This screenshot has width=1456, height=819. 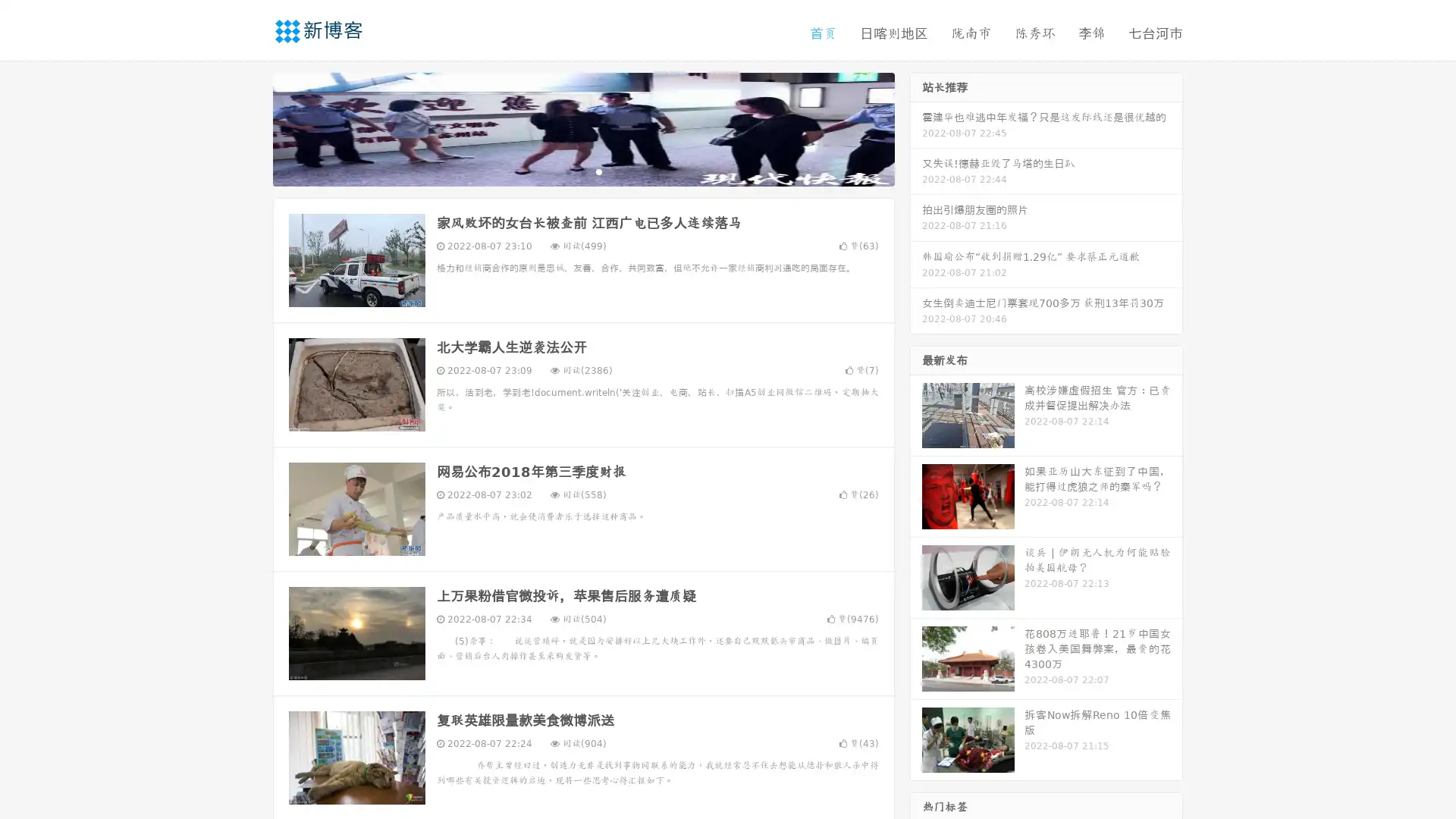 I want to click on Next slide, so click(x=916, y=127).